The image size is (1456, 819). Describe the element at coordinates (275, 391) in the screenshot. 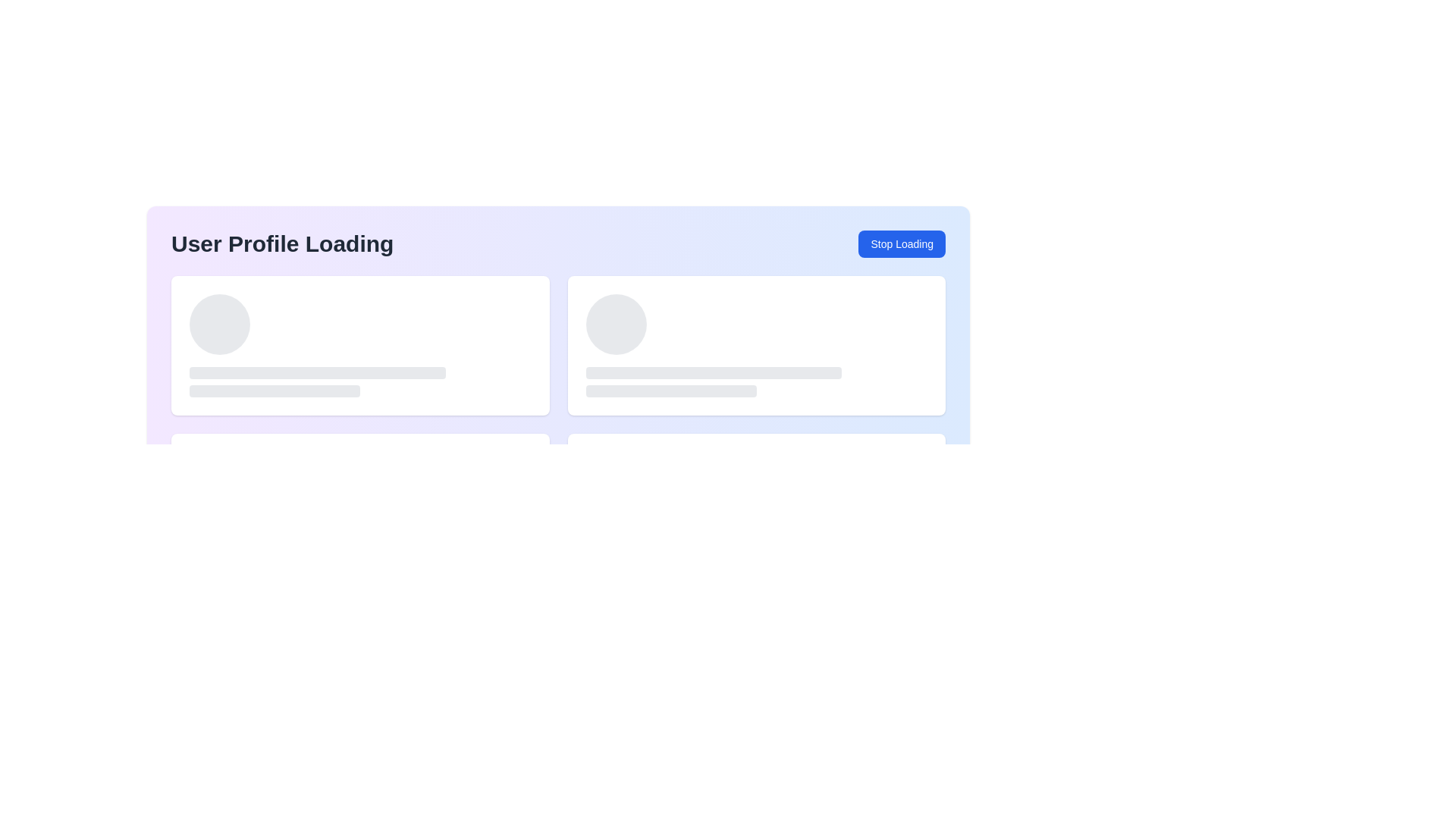

I see `the Loading placeholder bar, which is a rounded gray rectangle simulating a loading component and is the third element in a vertically stacked group of placeholders` at that location.